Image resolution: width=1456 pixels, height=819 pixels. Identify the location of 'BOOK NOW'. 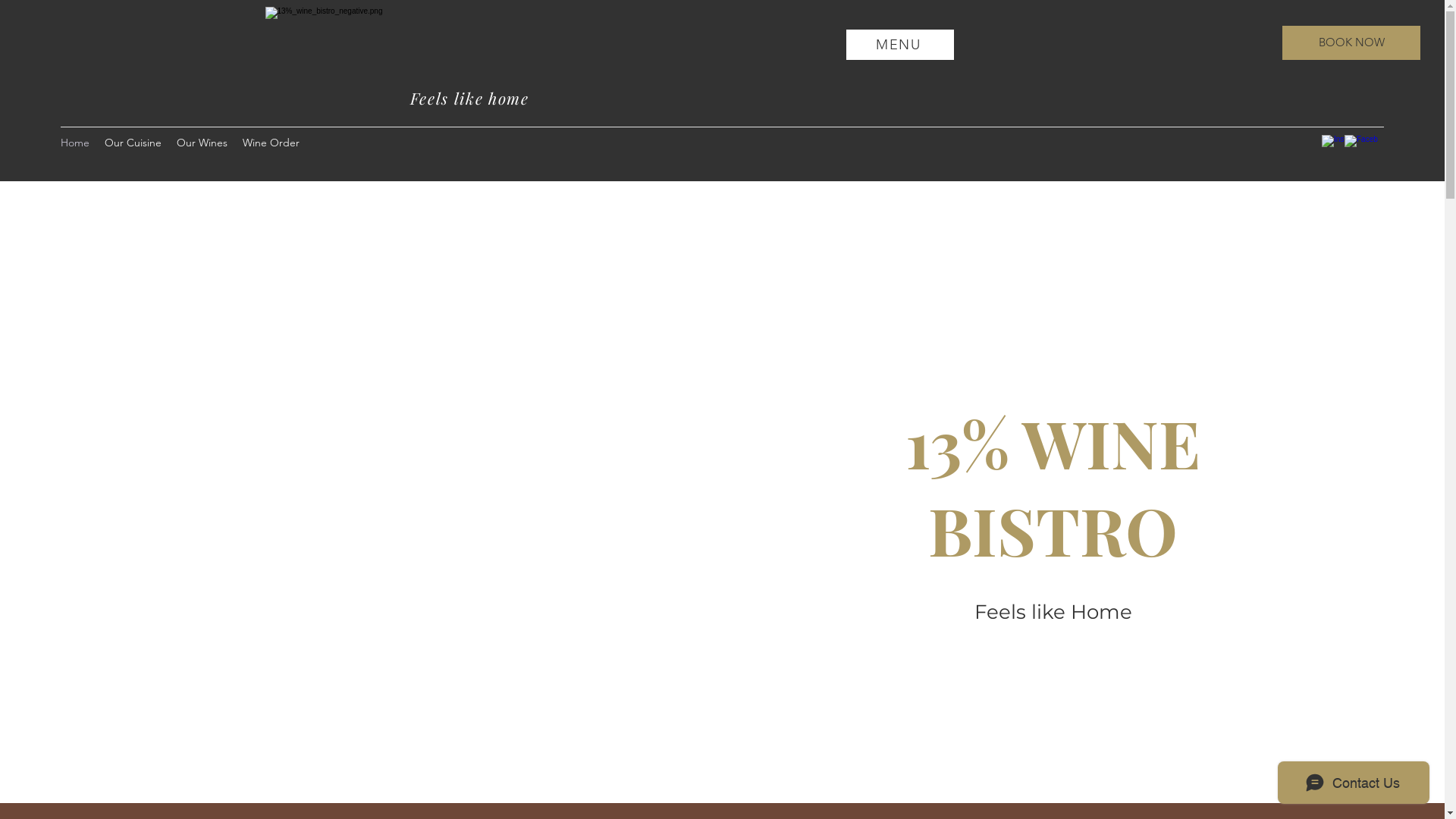
(1351, 42).